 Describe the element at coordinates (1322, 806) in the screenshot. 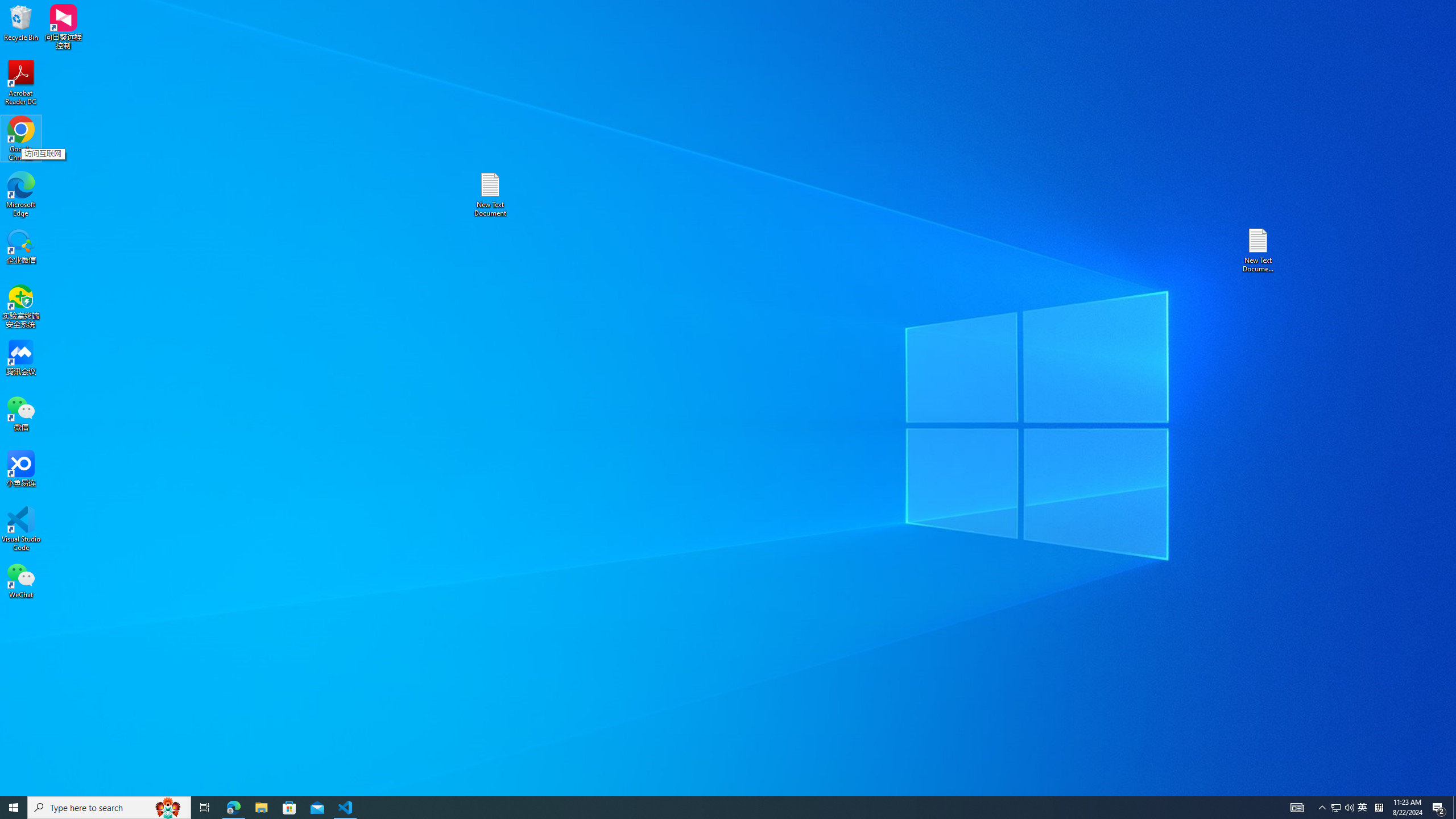

I see `'Notification Chevron'` at that location.